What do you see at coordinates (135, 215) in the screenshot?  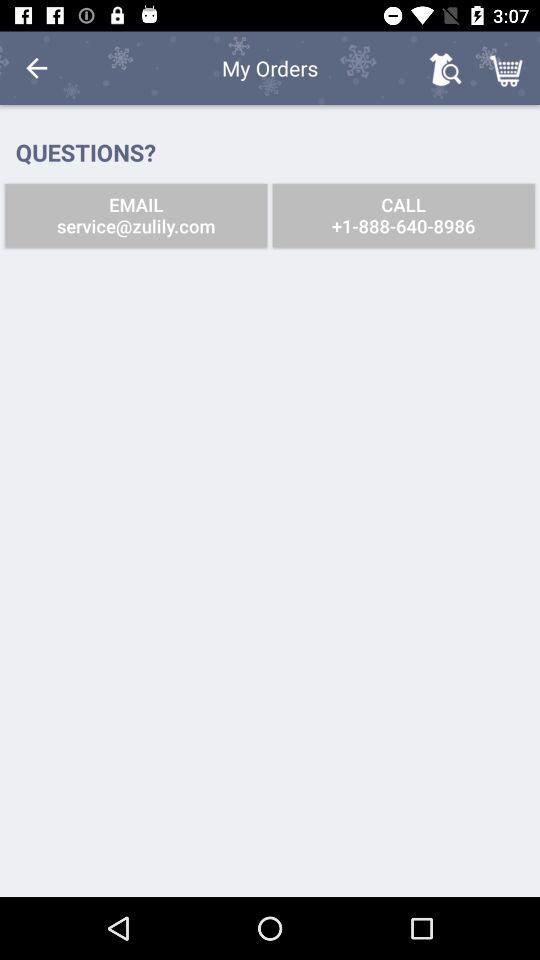 I see `the email service zulily` at bounding box center [135, 215].